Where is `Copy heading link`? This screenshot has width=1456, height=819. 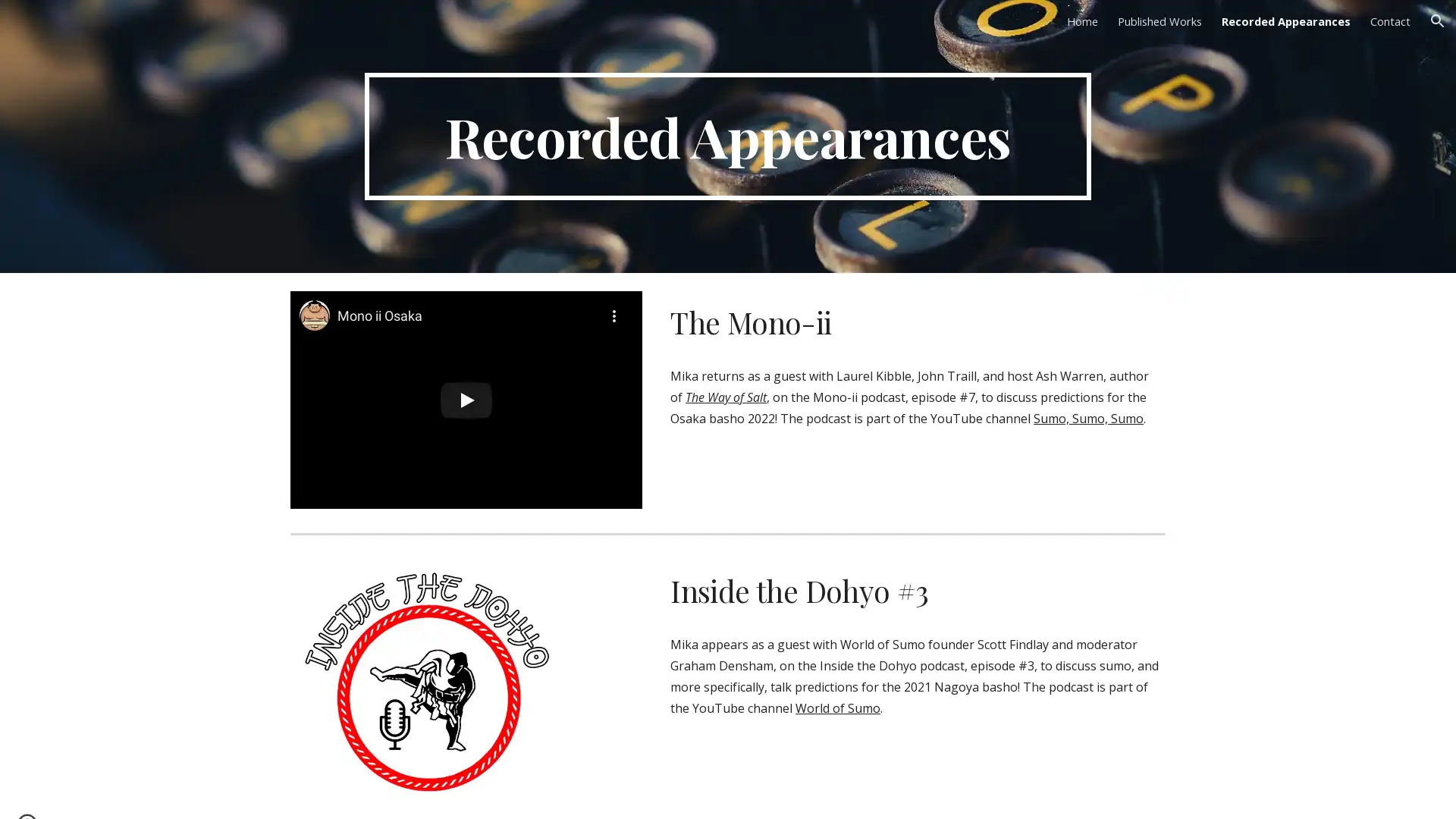
Copy heading link is located at coordinates (855, 321).